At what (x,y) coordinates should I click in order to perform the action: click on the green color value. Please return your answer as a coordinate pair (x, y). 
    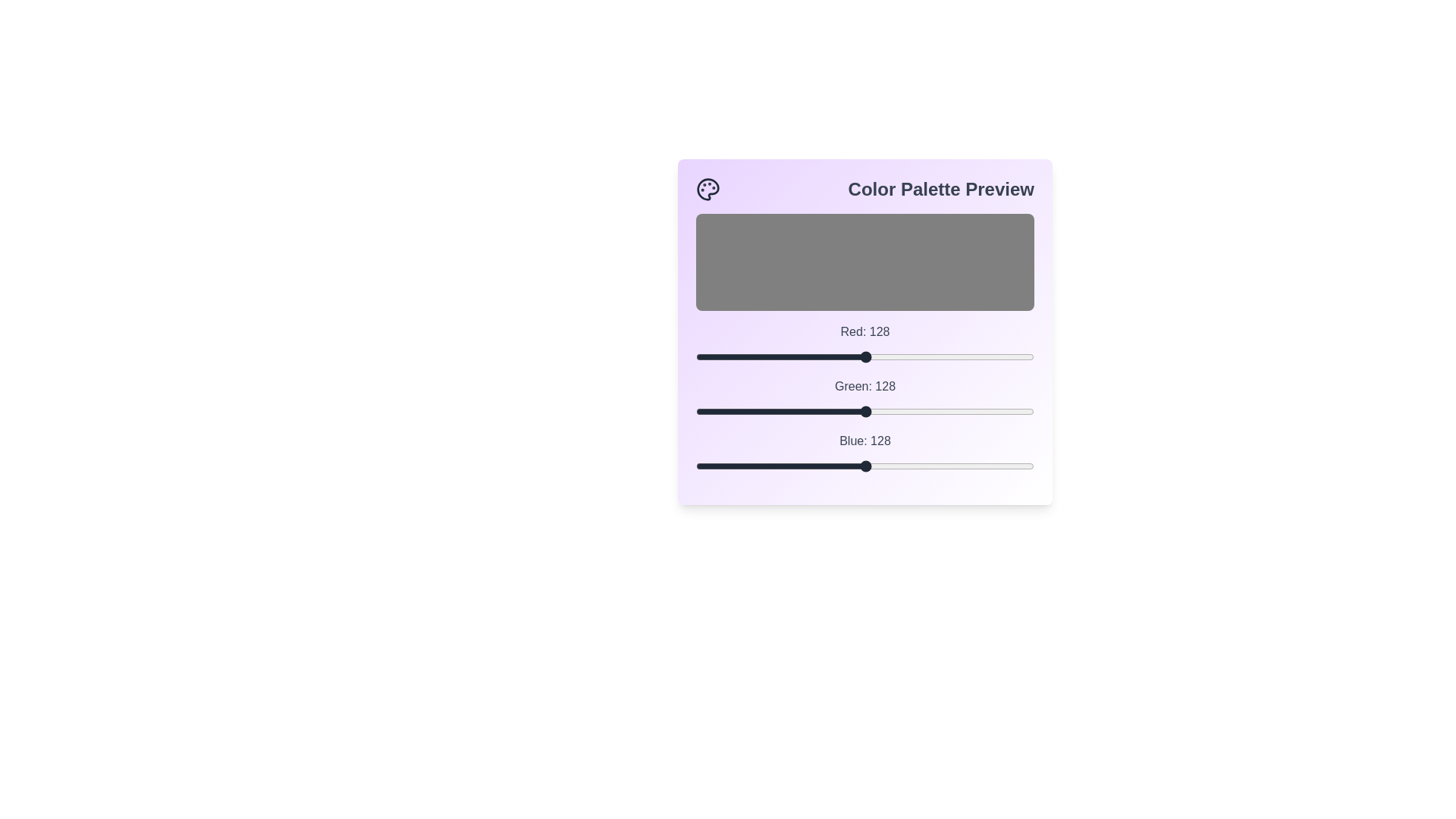
    Looking at the image, I should click on (832, 412).